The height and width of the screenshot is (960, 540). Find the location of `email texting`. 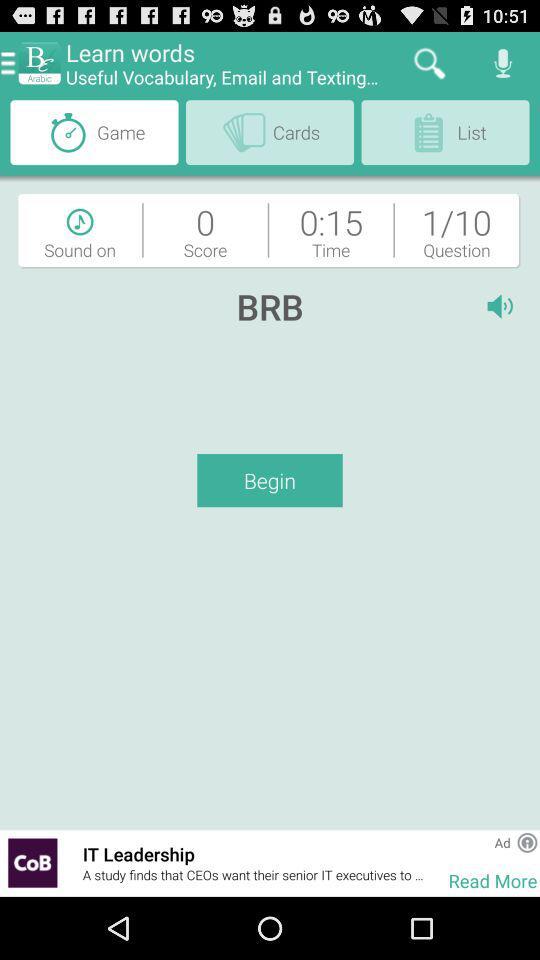

email texting is located at coordinates (31, 862).